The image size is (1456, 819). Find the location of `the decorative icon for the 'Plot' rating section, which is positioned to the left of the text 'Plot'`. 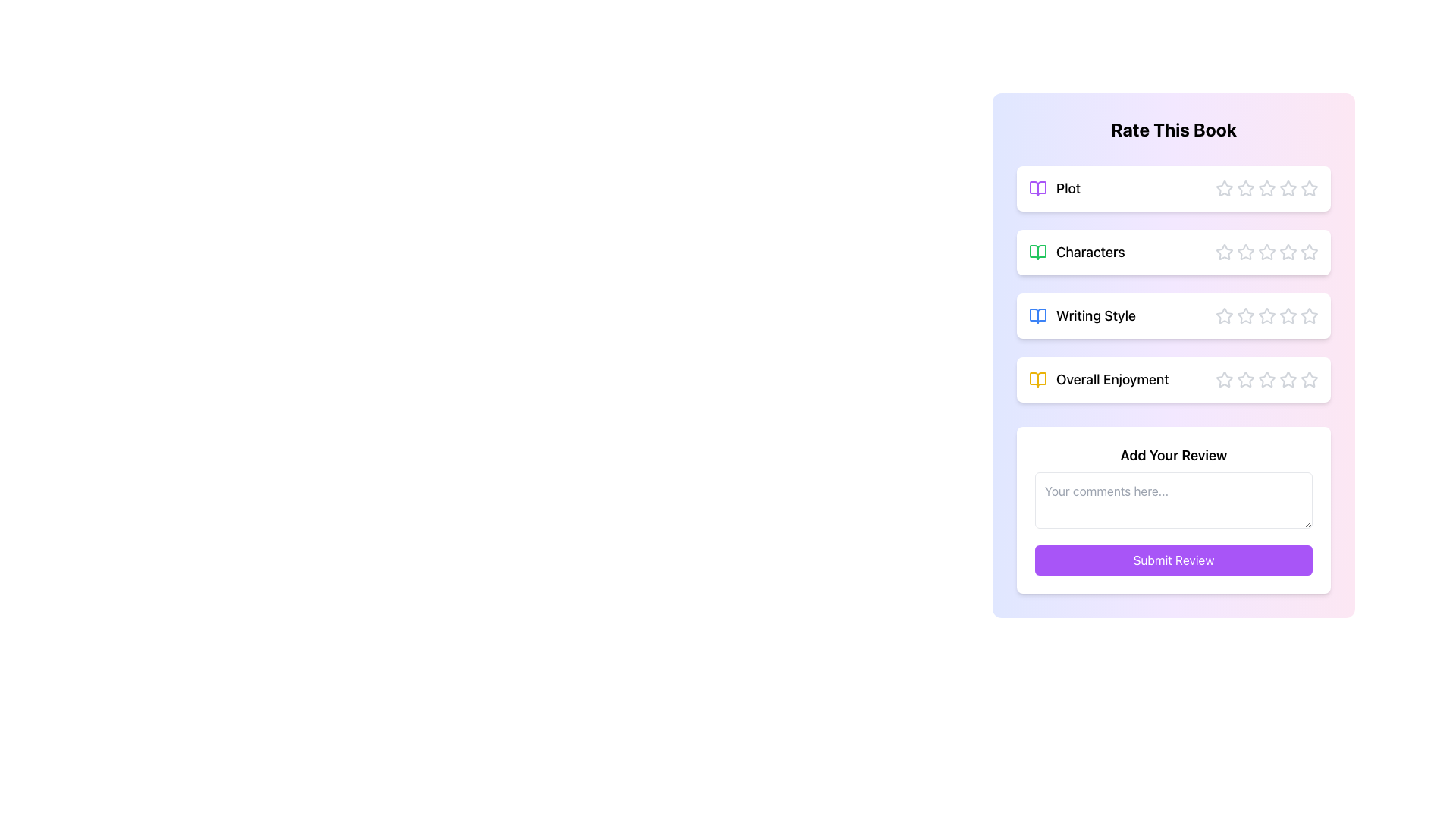

the decorative icon for the 'Plot' rating section, which is positioned to the left of the text 'Plot' is located at coordinates (1037, 188).